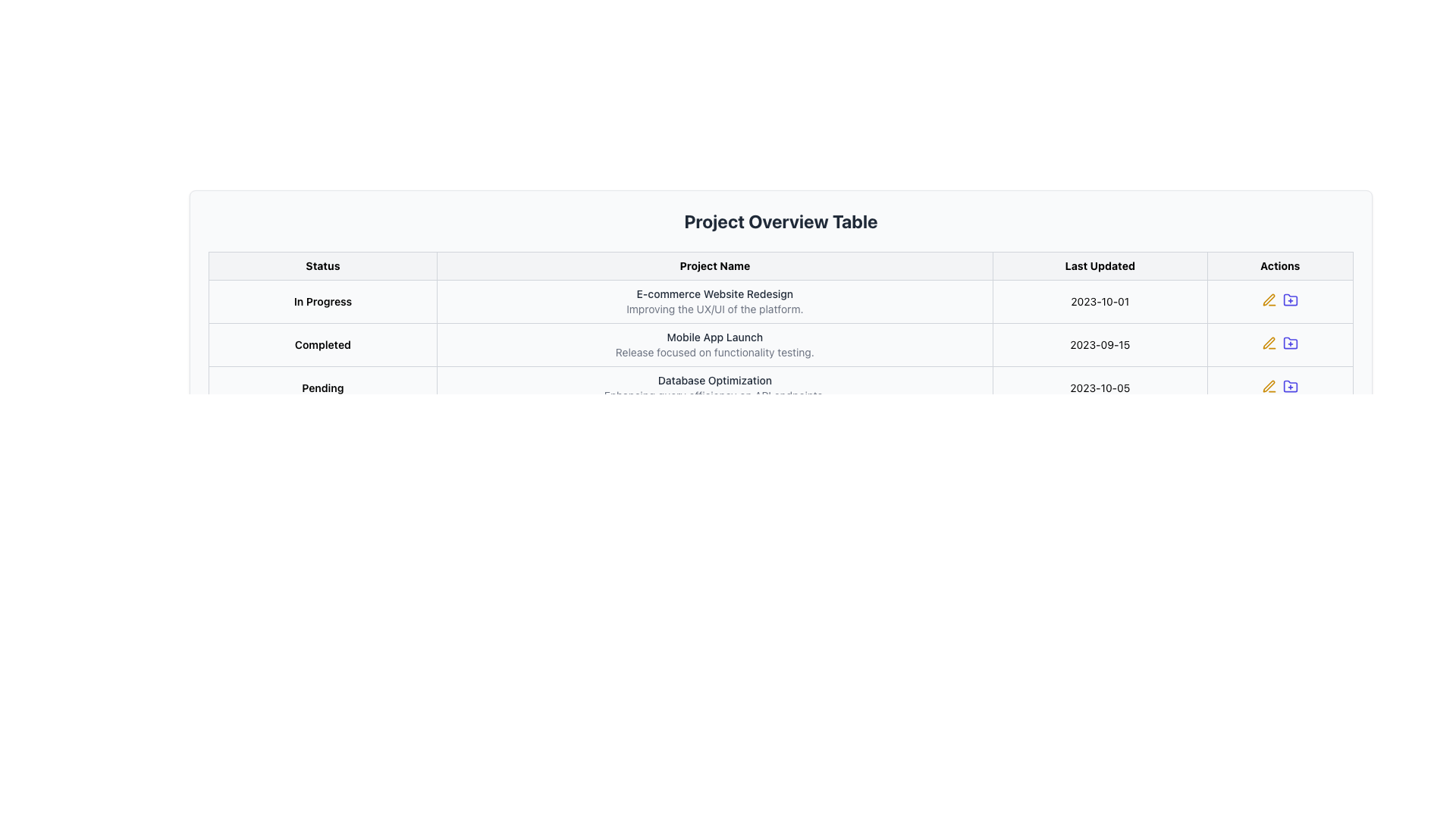  Describe the element at coordinates (714, 309) in the screenshot. I see `the Text Display element that provides additional information about the 'E-commerce Website Redesign', located below the project name in the 'Project Name' column of the table` at that location.